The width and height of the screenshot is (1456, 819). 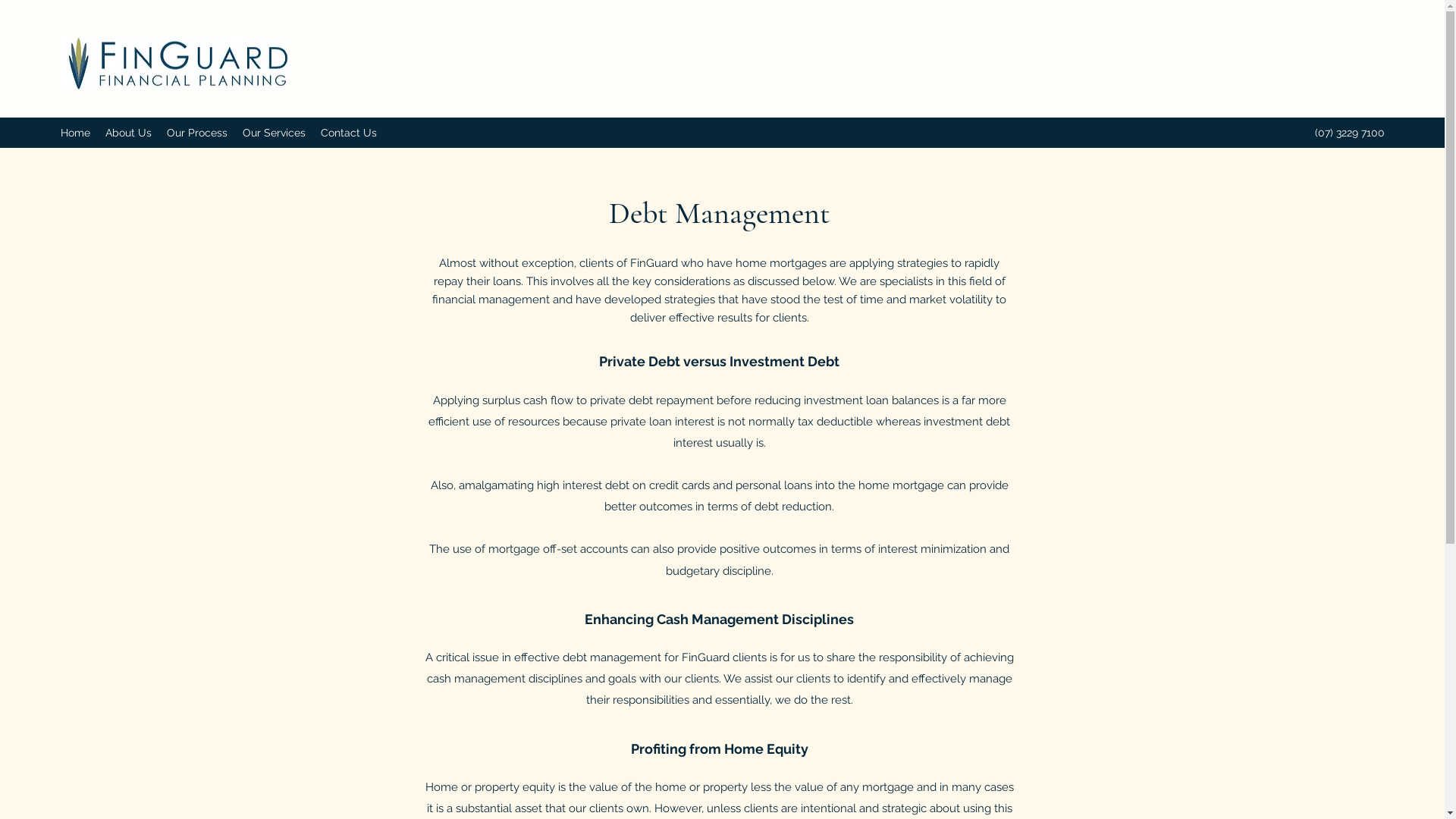 I want to click on 'Our Process', so click(x=196, y=131).